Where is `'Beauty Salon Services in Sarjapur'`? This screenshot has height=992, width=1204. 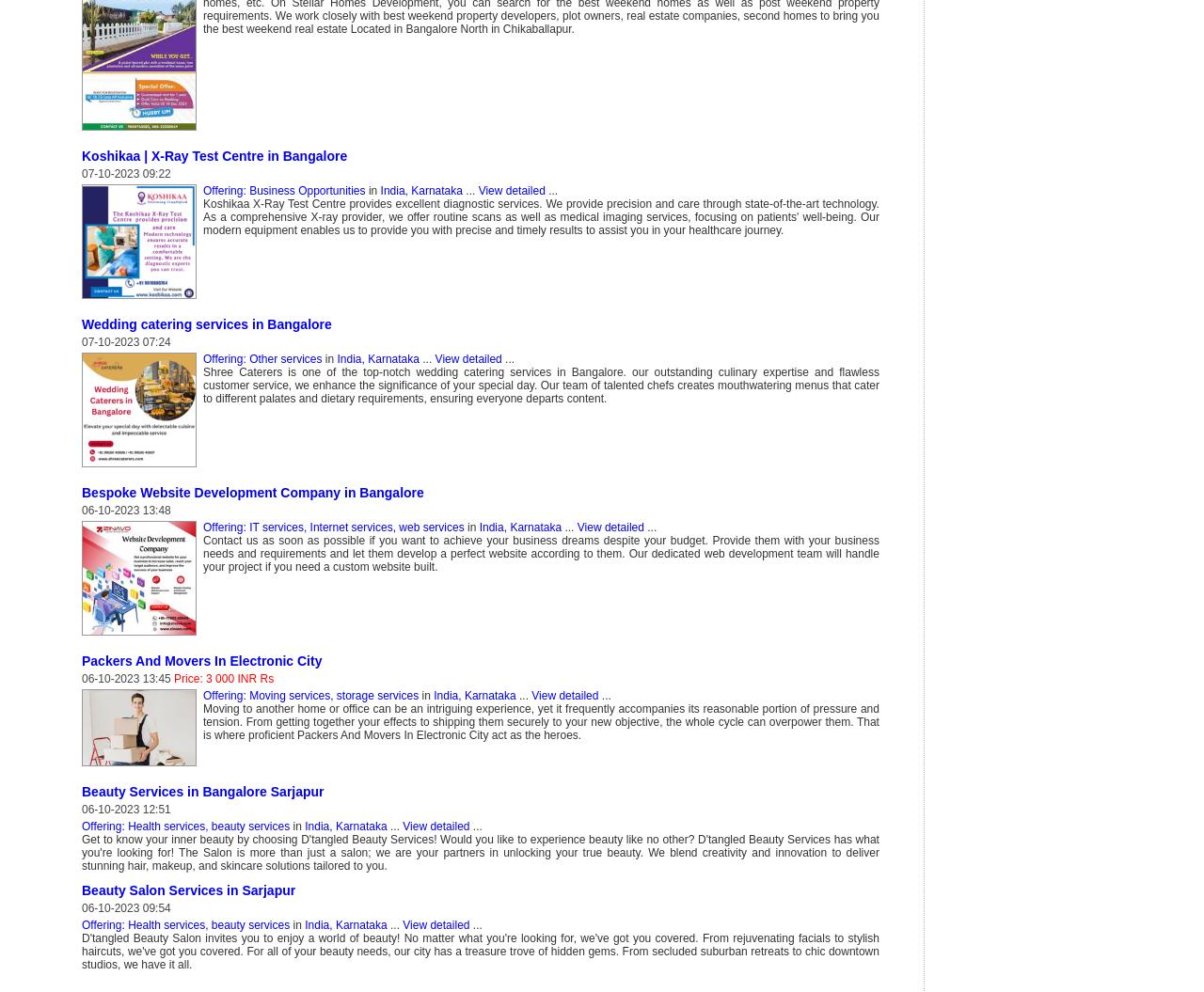
'Beauty Salon Services in Sarjapur' is located at coordinates (81, 890).